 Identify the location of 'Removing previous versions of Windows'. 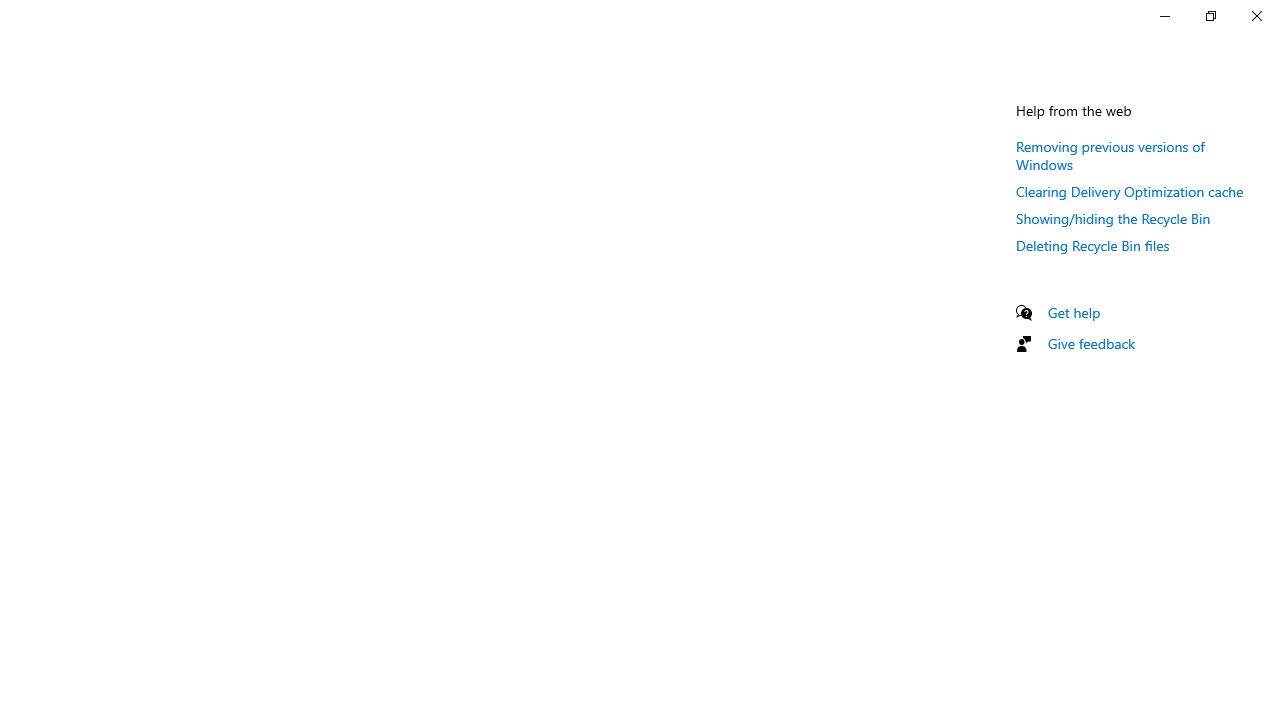
(1109, 154).